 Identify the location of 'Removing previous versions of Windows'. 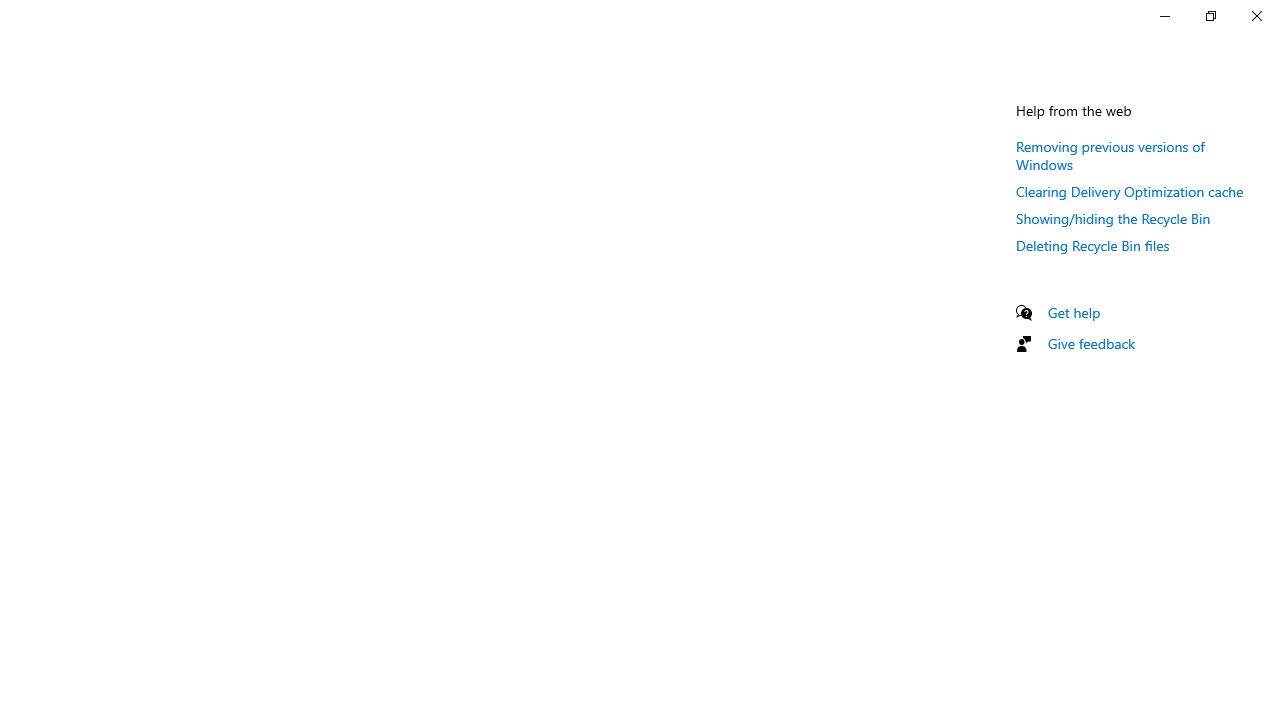
(1109, 154).